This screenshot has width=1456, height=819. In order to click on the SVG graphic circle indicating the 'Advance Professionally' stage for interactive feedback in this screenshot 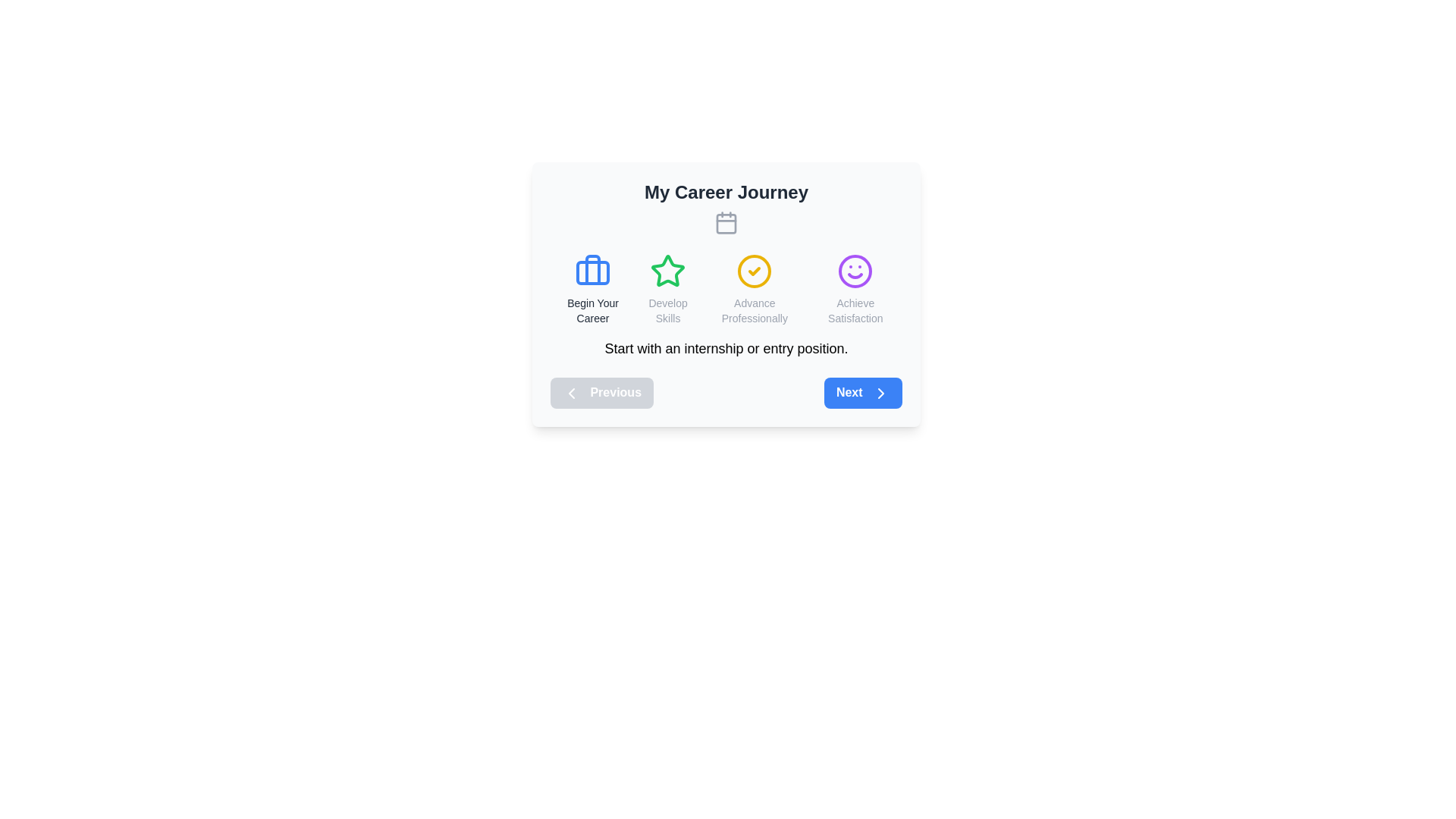, I will do `click(755, 271)`.